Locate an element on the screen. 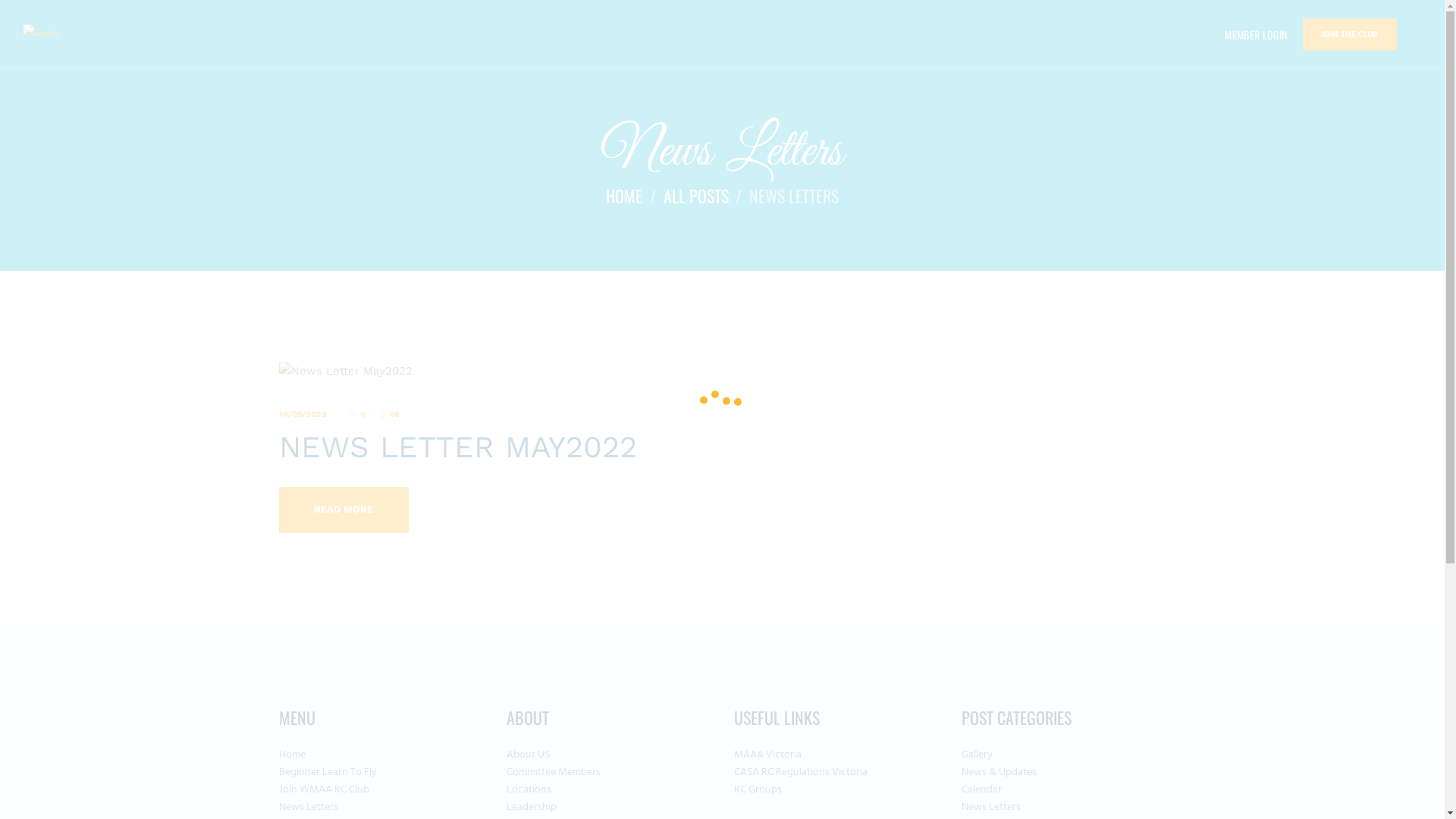 This screenshot has width=1456, height=819. 'Gallery' is located at coordinates (977, 755).